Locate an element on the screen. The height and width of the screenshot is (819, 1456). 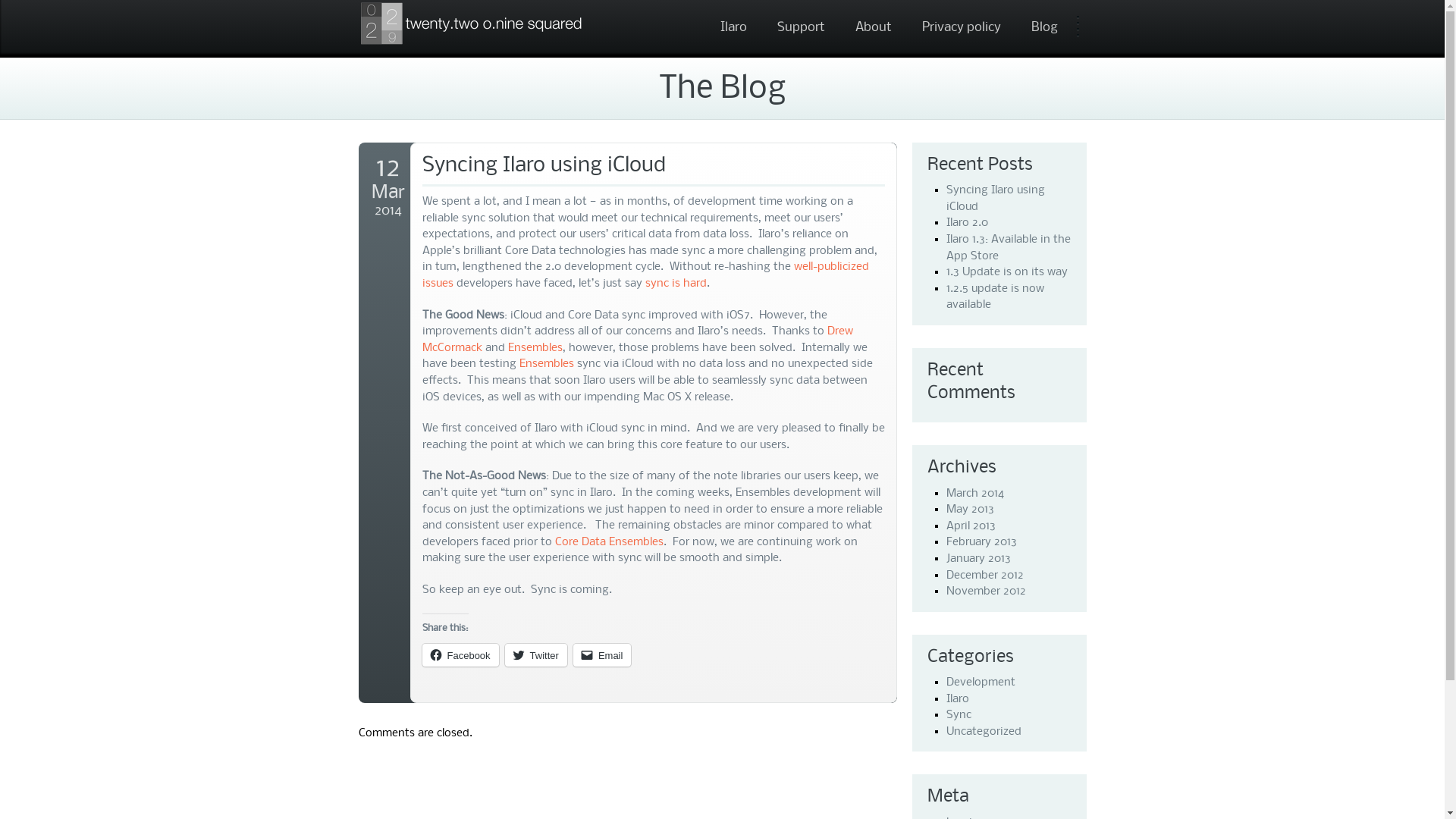
'Core Data Ensembles' is located at coordinates (554, 541).